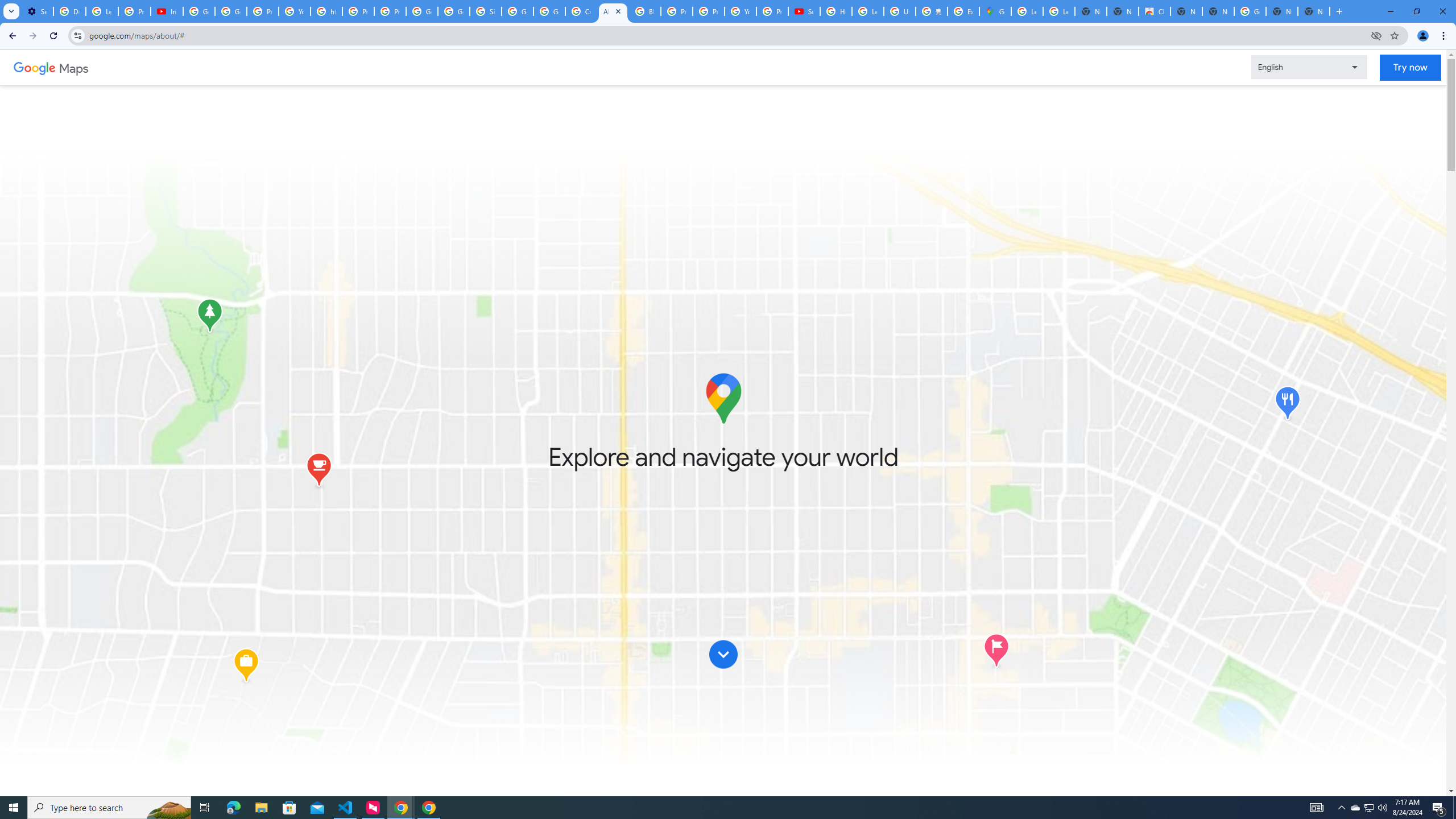 Image resolution: width=1456 pixels, height=819 pixels. What do you see at coordinates (739, 11) in the screenshot?
I see `'YouTube'` at bounding box center [739, 11].